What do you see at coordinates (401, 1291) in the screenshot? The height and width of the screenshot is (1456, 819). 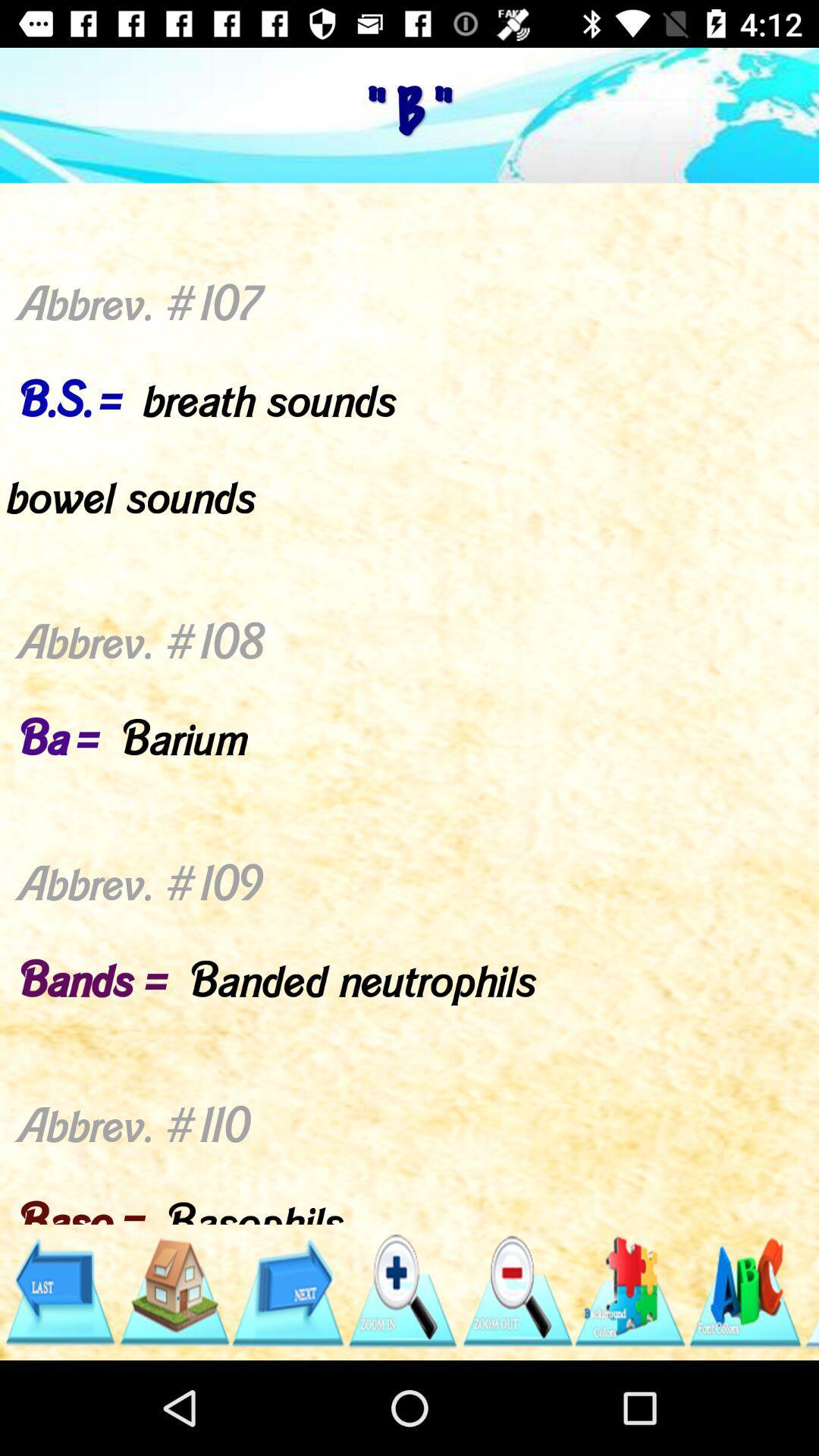 I see `the search icon` at bounding box center [401, 1291].